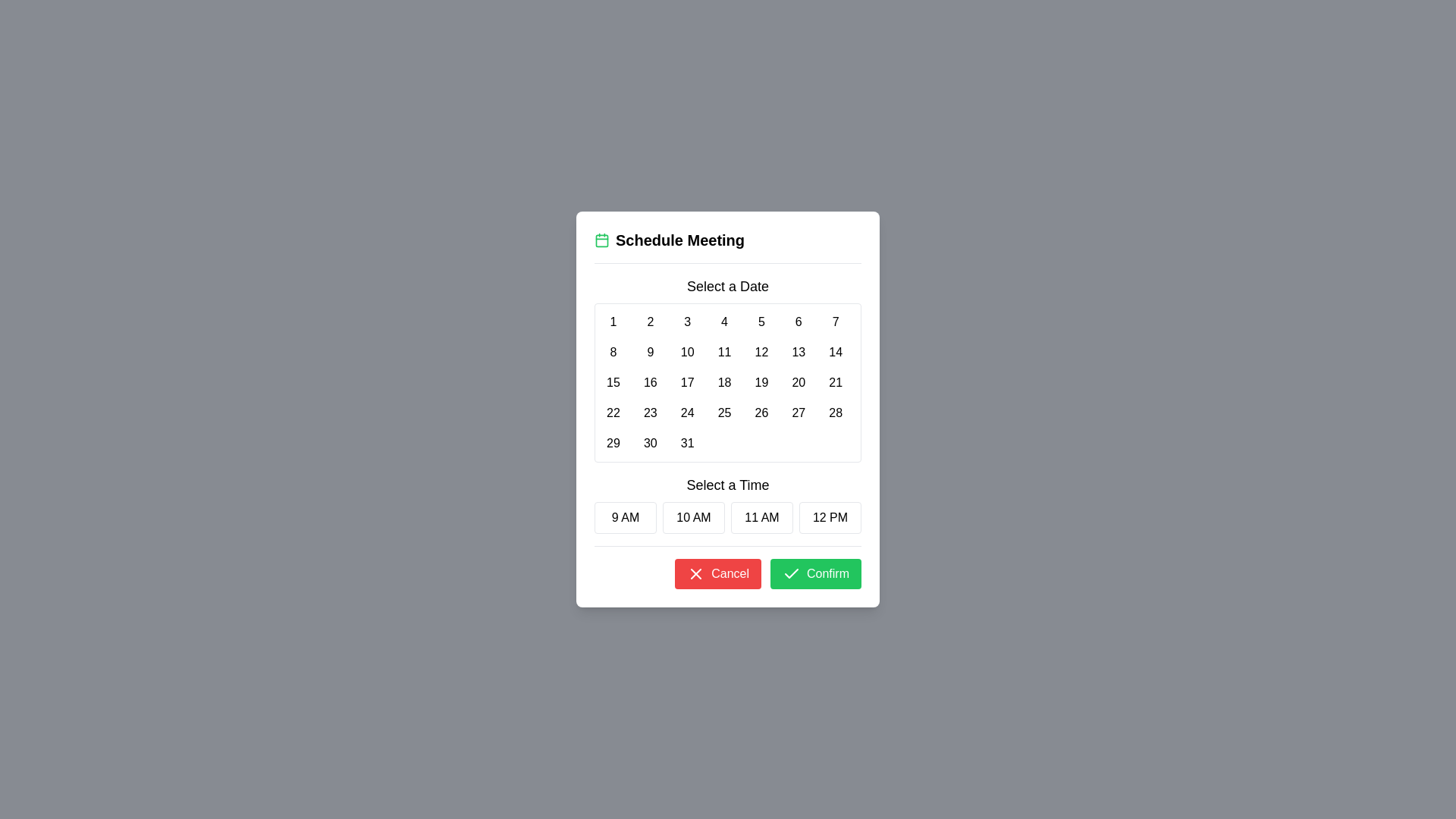  Describe the element at coordinates (717, 573) in the screenshot. I see `the cancel button in the modal dialog` at that location.